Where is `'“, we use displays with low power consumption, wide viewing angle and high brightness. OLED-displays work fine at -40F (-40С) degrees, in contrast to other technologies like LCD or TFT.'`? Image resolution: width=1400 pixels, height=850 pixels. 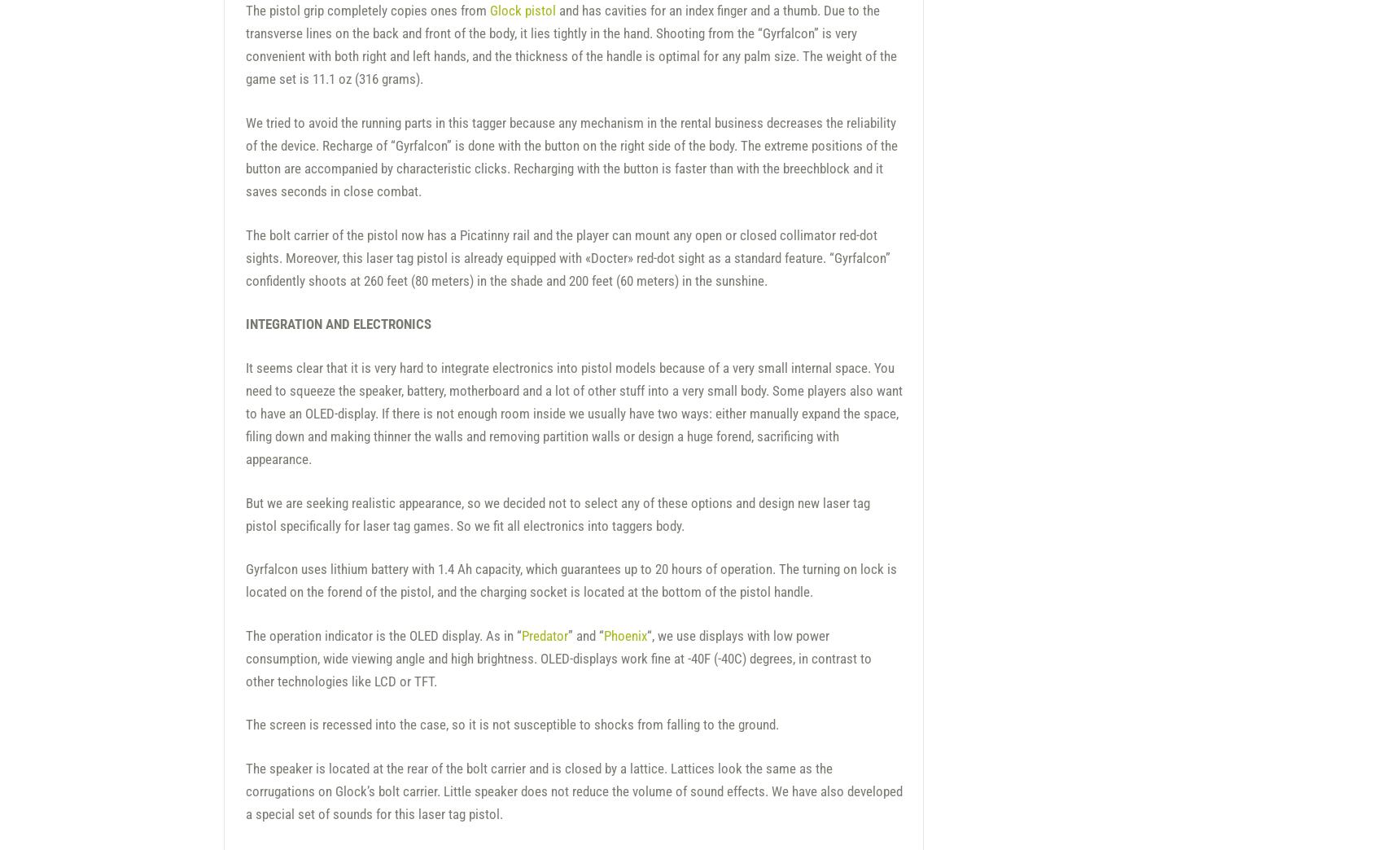
'“, we use displays with low power consumption, wide viewing angle and high brightness. OLED-displays work fine at -40F (-40С) degrees, in contrast to other technologies like LCD or TFT.' is located at coordinates (558, 656).